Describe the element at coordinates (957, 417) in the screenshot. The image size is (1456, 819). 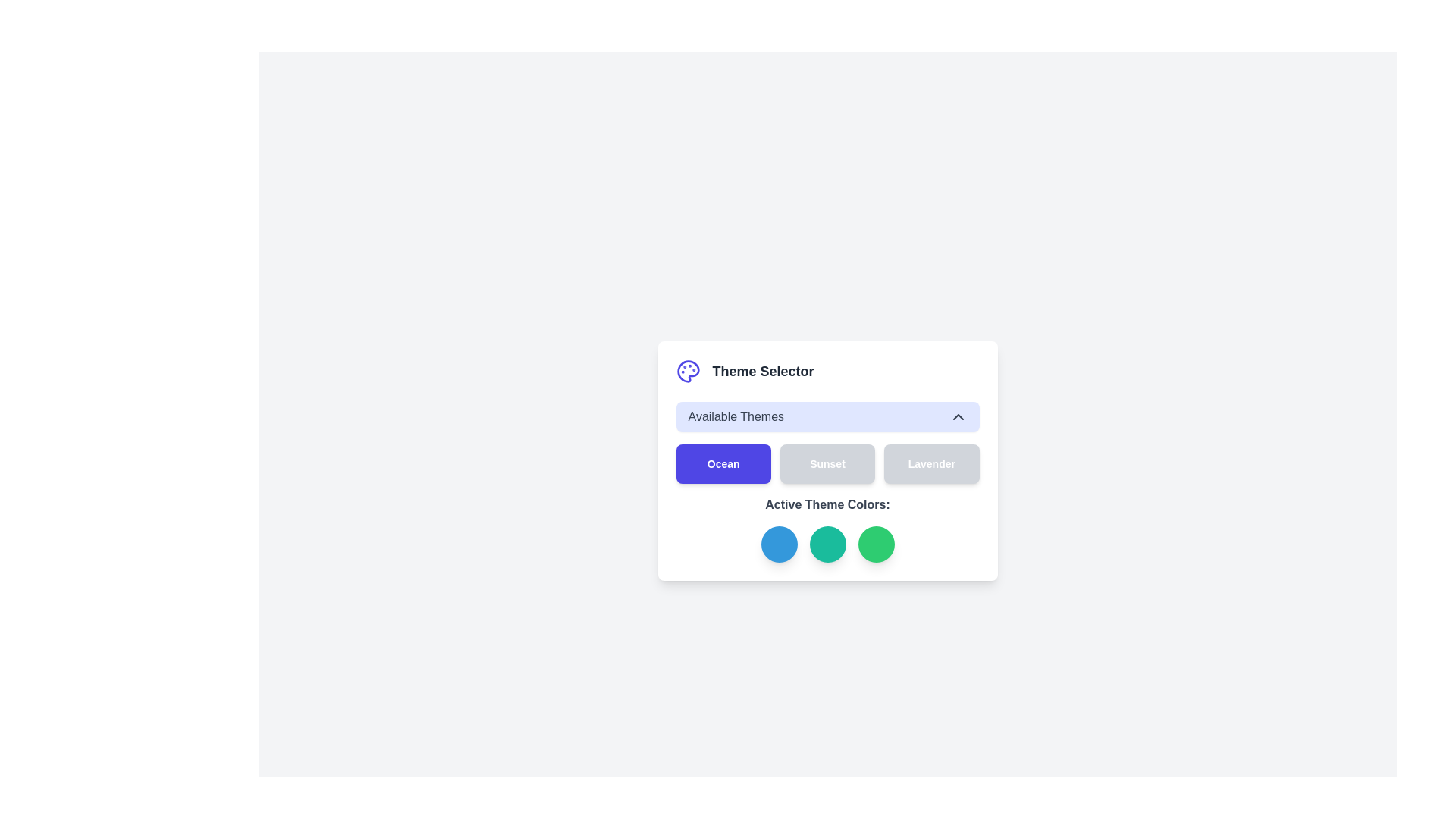
I see `the upward chevron arrow icon located in the top-right area of the 'Available Themes' section` at that location.